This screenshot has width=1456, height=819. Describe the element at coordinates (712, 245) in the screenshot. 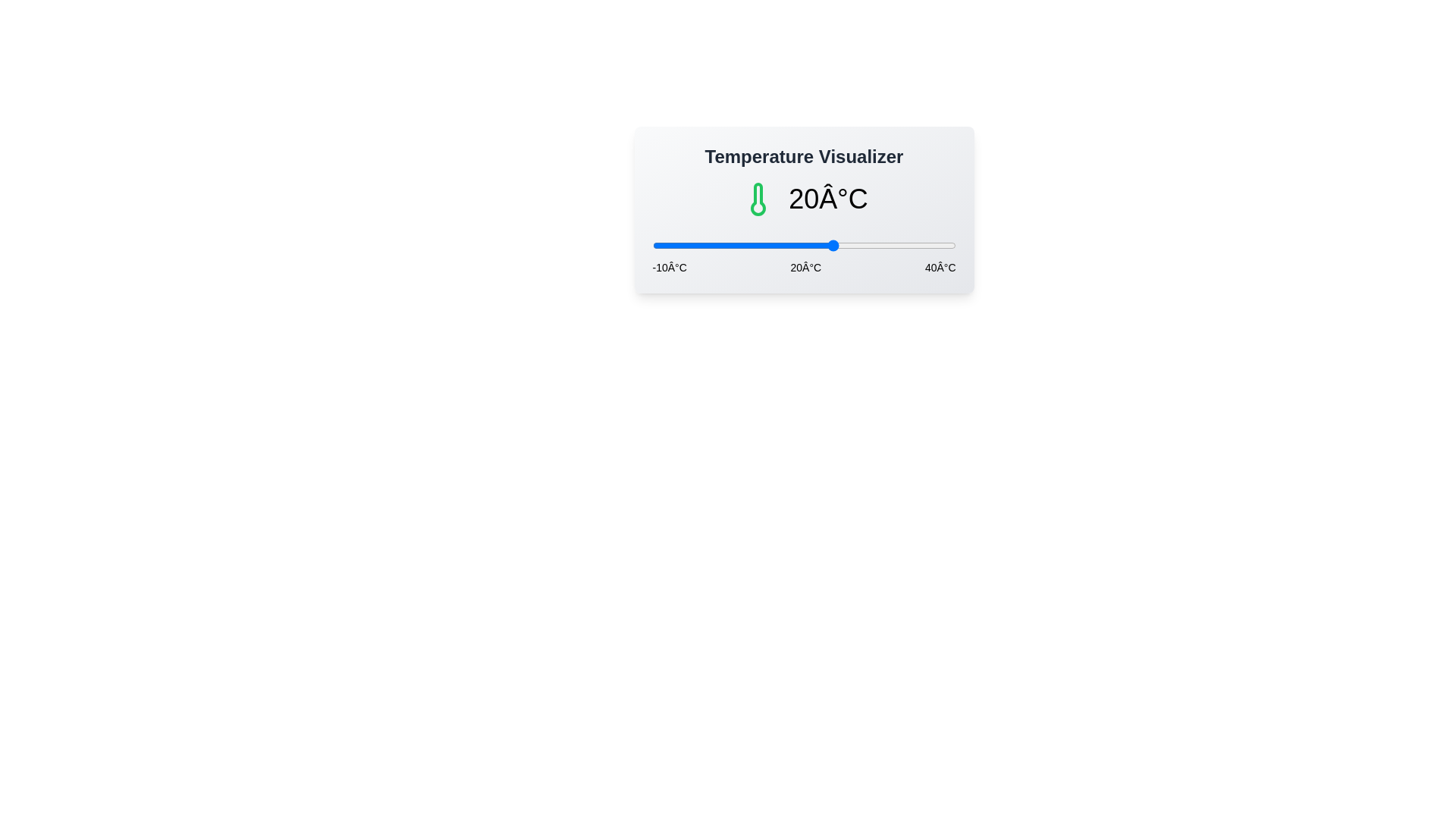

I see `the temperature to 0°C using the slider` at that location.